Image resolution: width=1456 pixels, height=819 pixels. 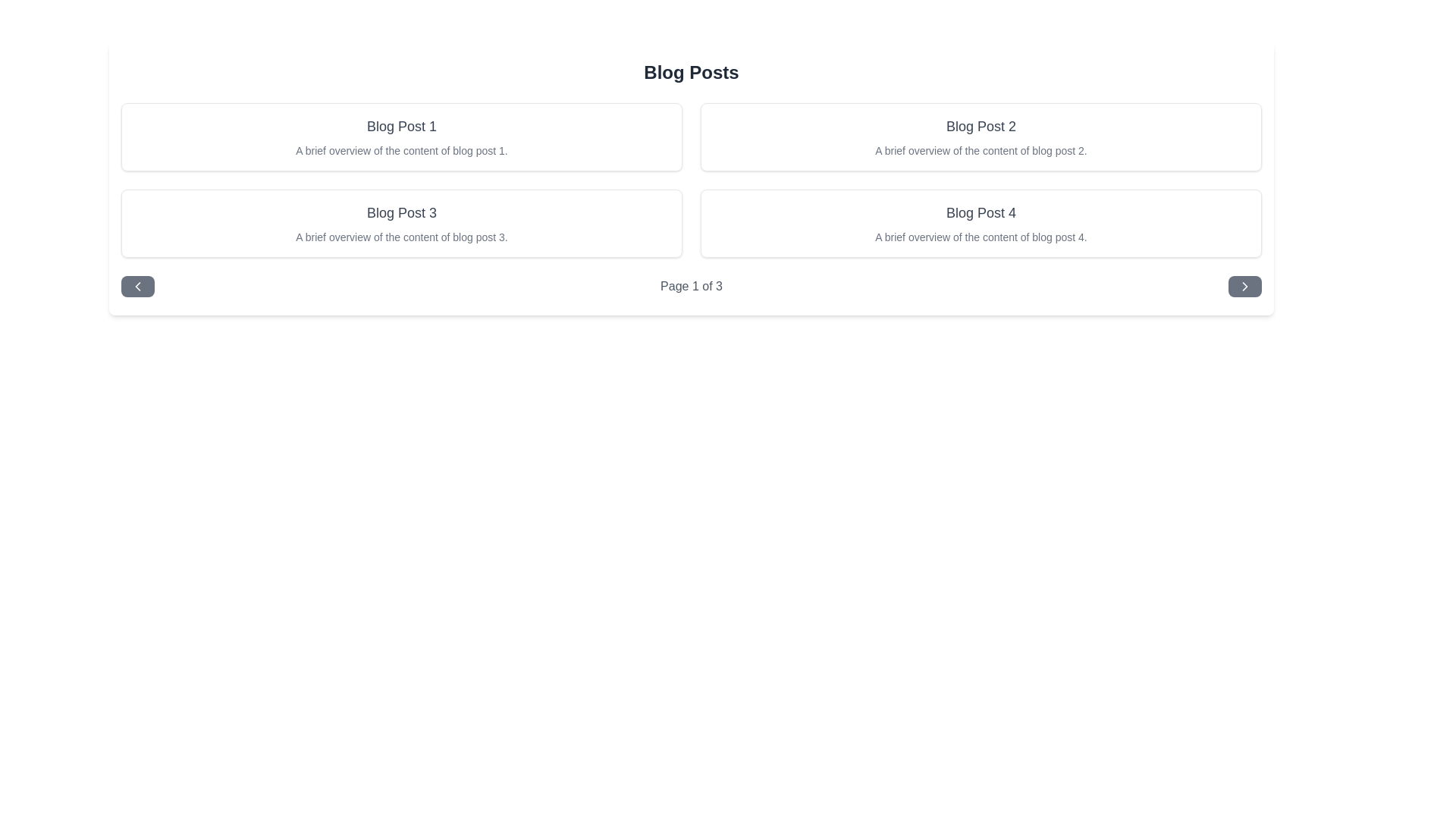 I want to click on text label that displays 'A brief overview of the content of blog post 4.' located under the heading 'Blog Post 4' in the bottom-right card of the interface, so click(x=981, y=237).